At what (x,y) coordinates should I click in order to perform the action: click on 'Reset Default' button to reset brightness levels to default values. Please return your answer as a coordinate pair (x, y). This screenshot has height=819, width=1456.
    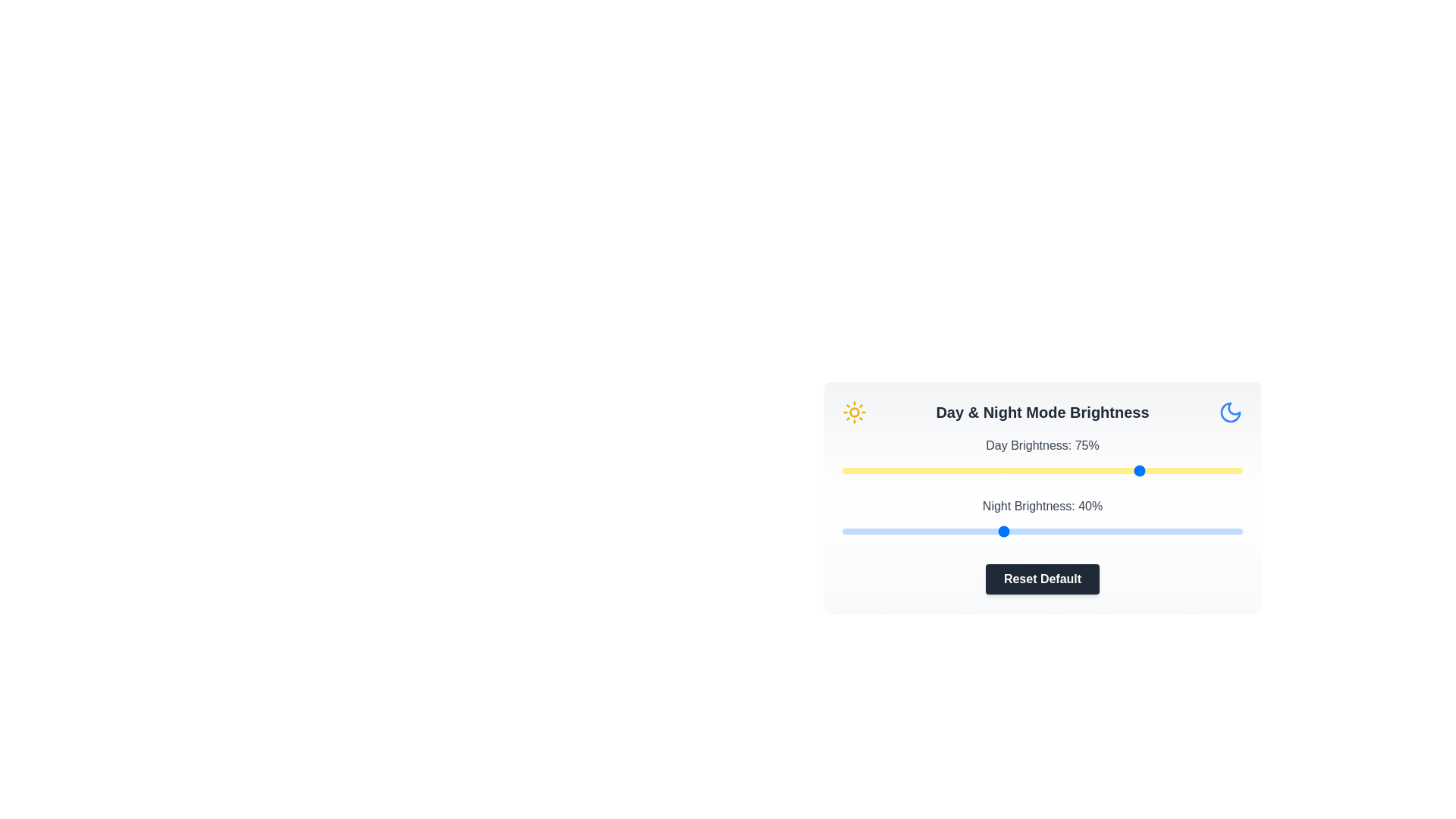
    Looking at the image, I should click on (1041, 579).